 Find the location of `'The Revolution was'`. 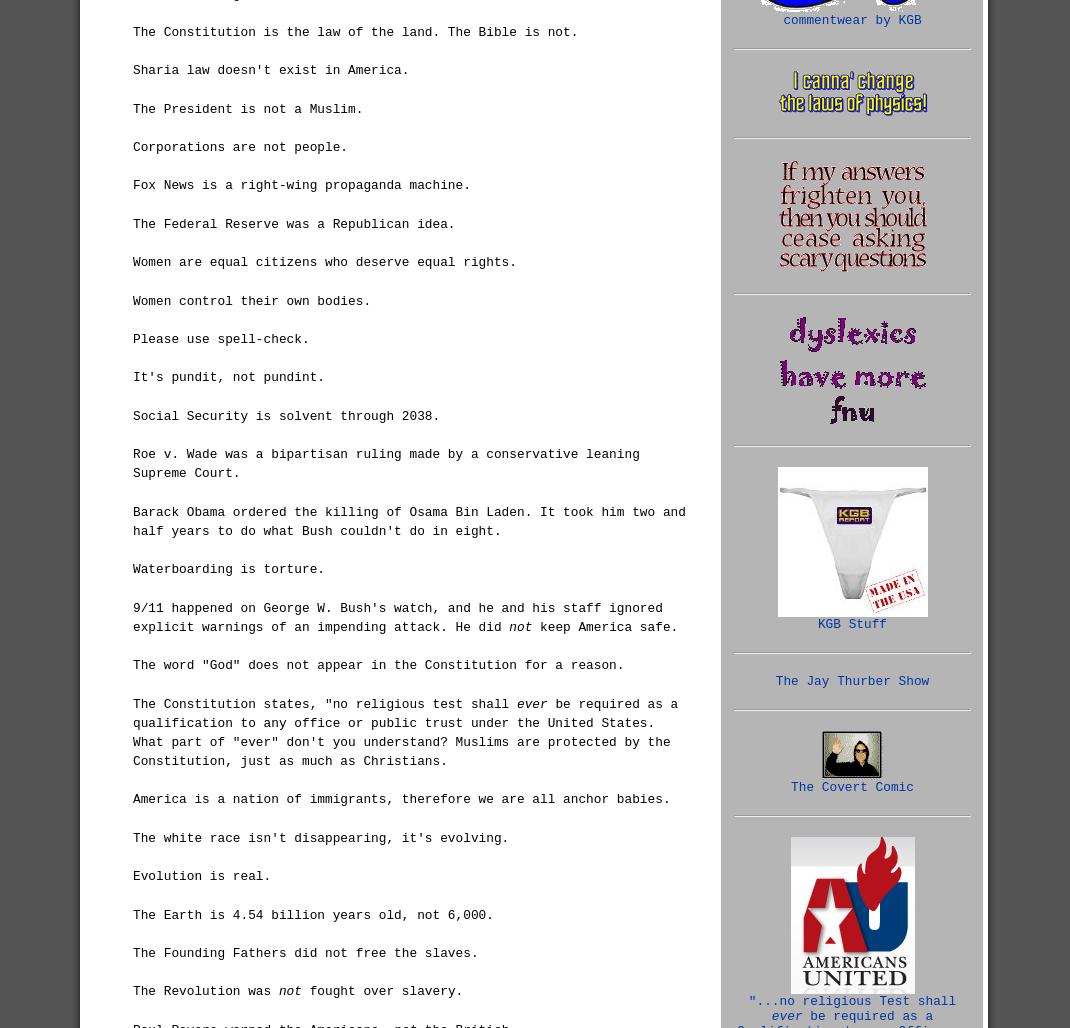

'The Revolution was' is located at coordinates (204, 990).